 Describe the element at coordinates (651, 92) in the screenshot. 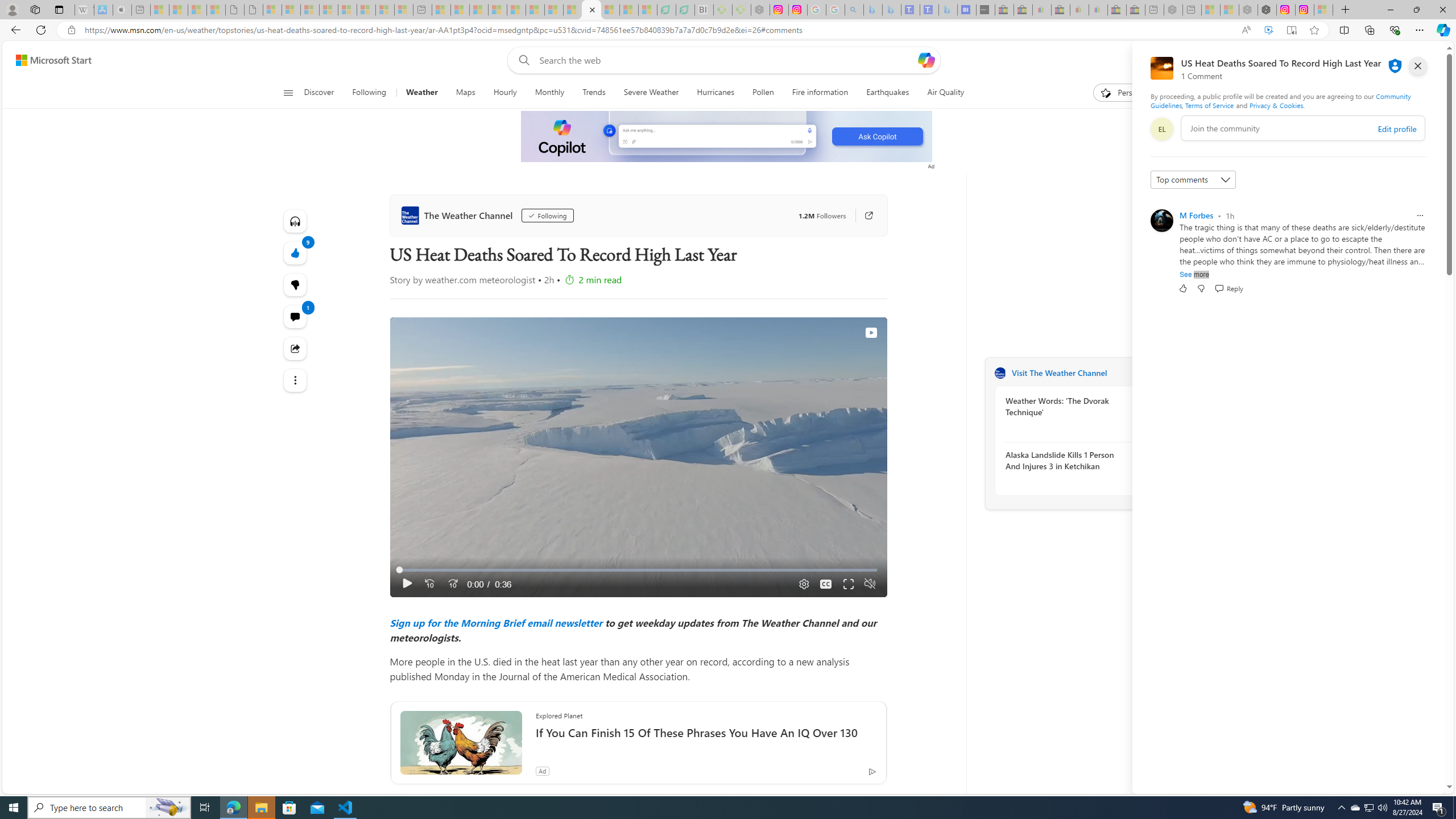

I see `'Severe Weather'` at that location.